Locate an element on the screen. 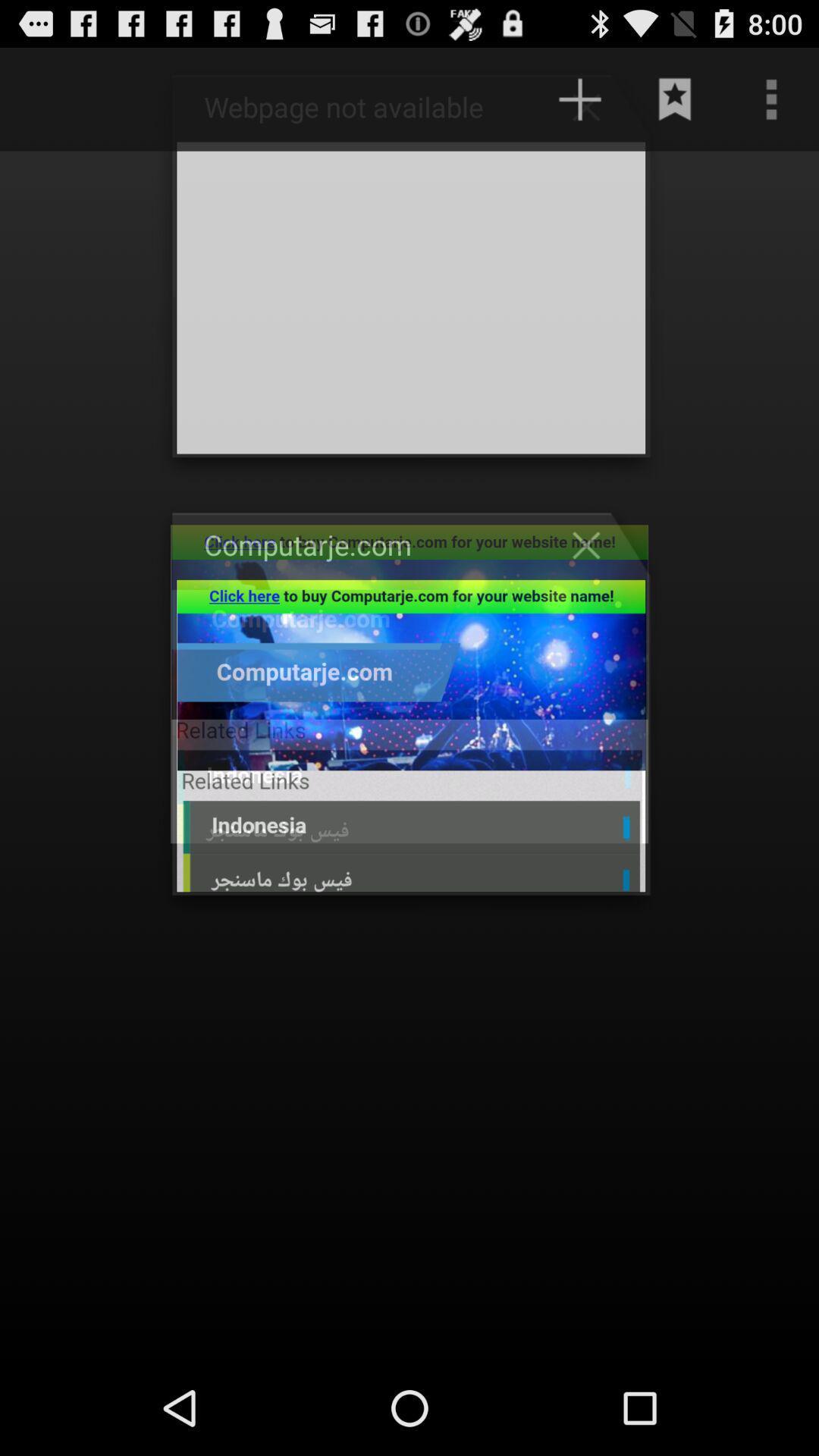 Image resolution: width=819 pixels, height=1456 pixels. the add icon is located at coordinates (593, 113).